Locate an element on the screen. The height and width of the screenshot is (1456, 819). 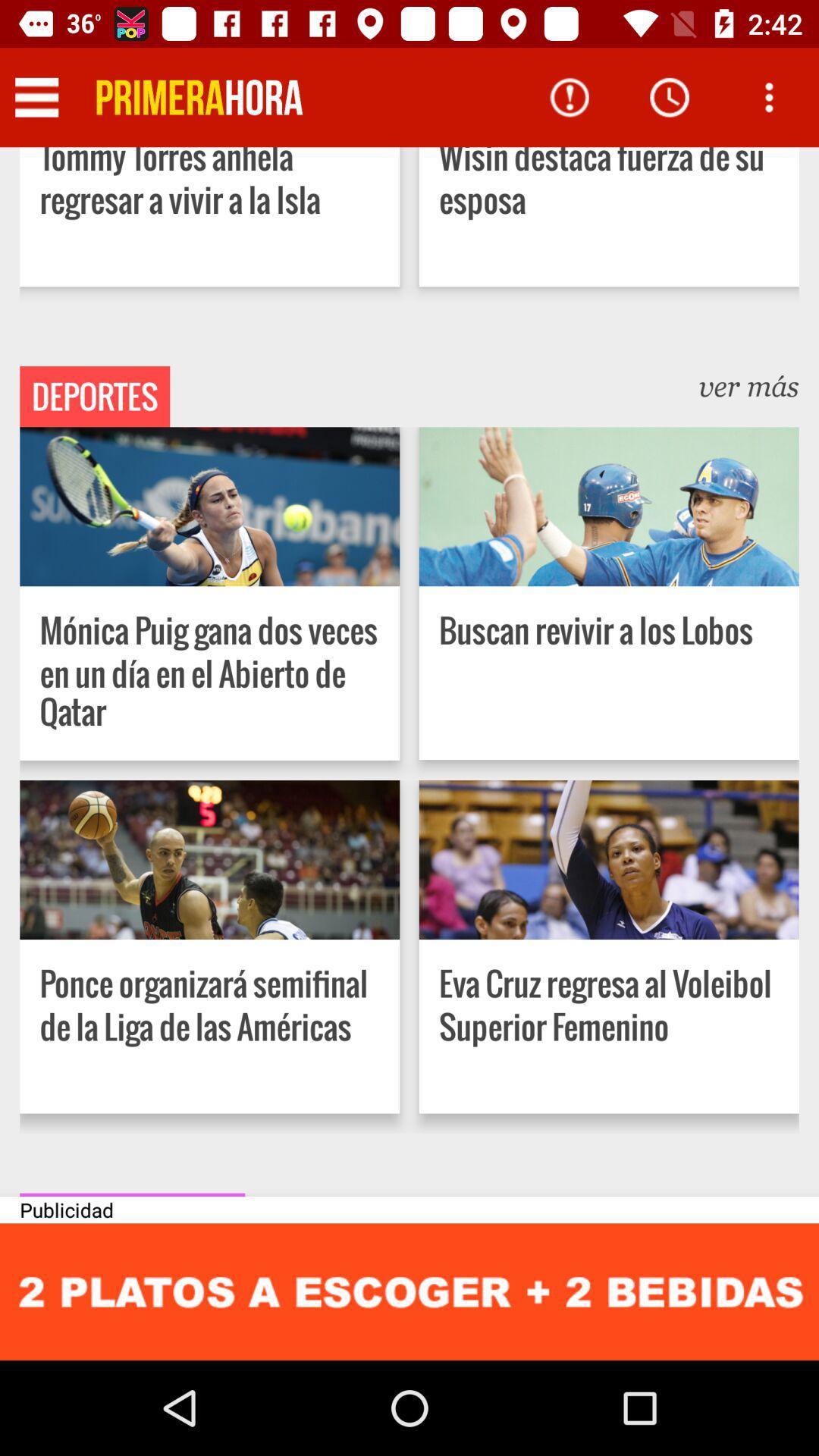
app below tommy torres anhela app is located at coordinates (95, 397).